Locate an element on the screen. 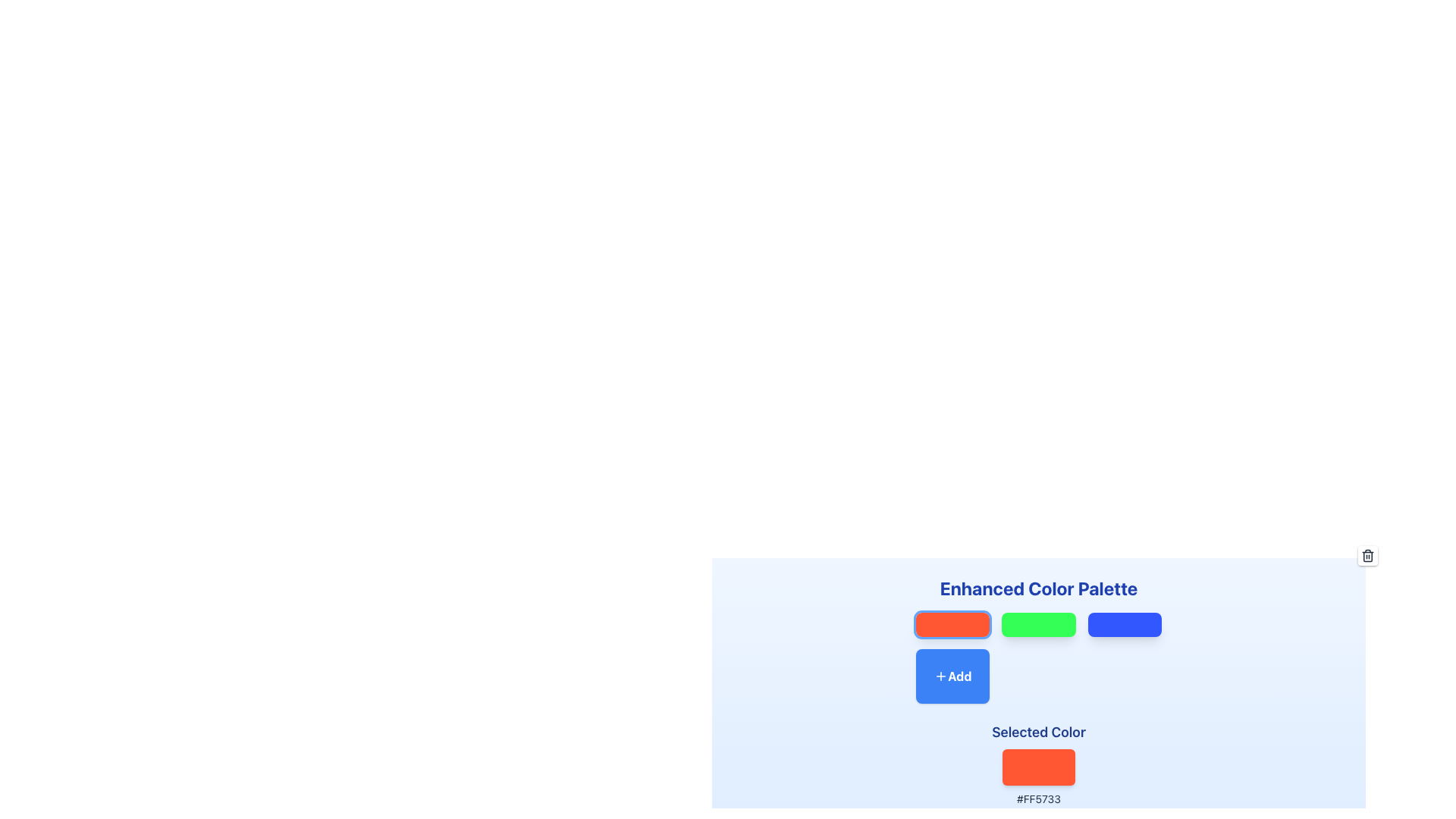 This screenshot has width=1456, height=819. the label displaying the hexadecimal color code '#FF5733', which is styled in gray and positioned below the 'Selected Color' label and its corresponding colored rectangle is located at coordinates (1037, 798).